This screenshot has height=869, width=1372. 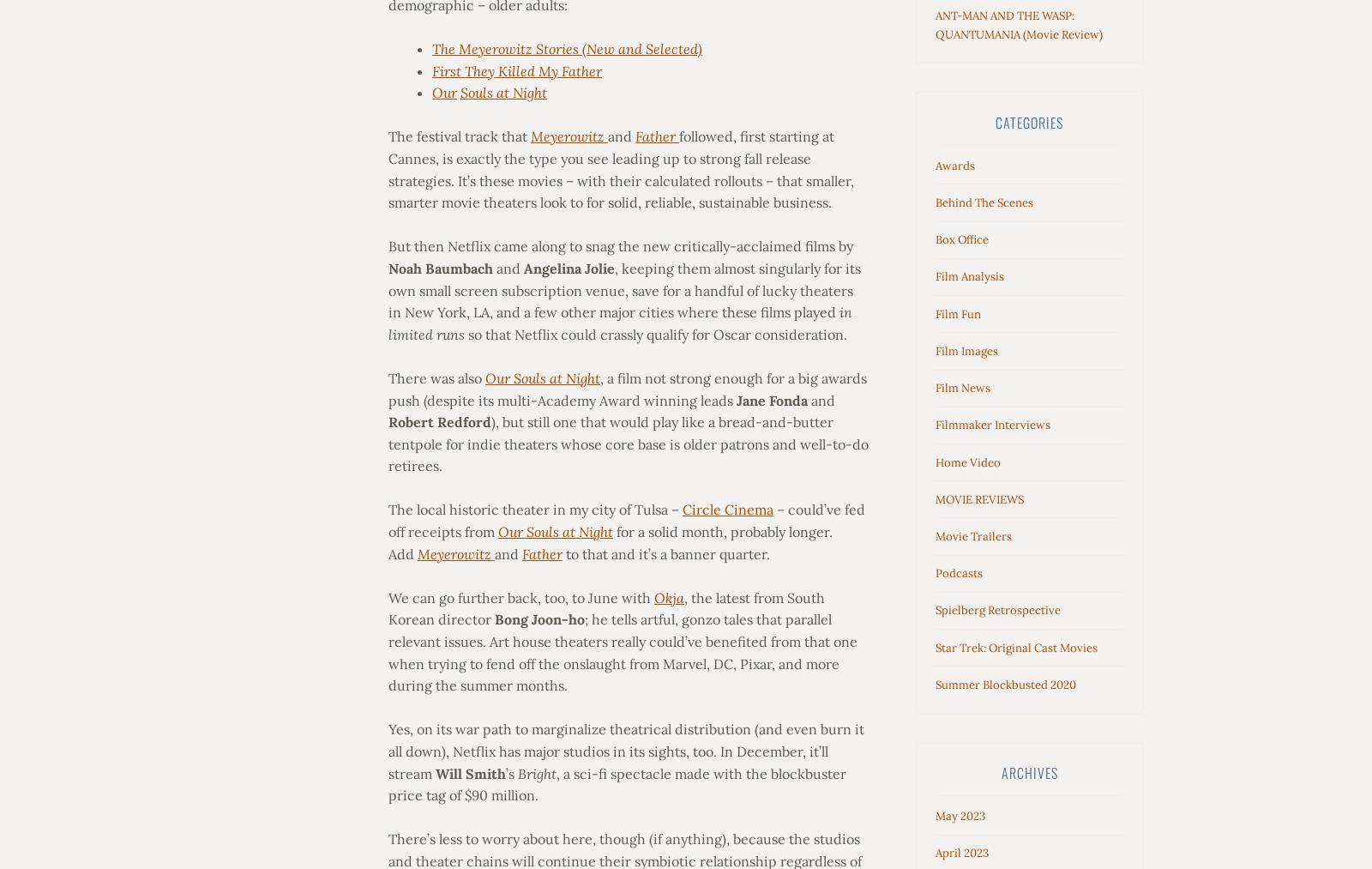 What do you see at coordinates (502, 92) in the screenshot?
I see `'Souls at Night'` at bounding box center [502, 92].